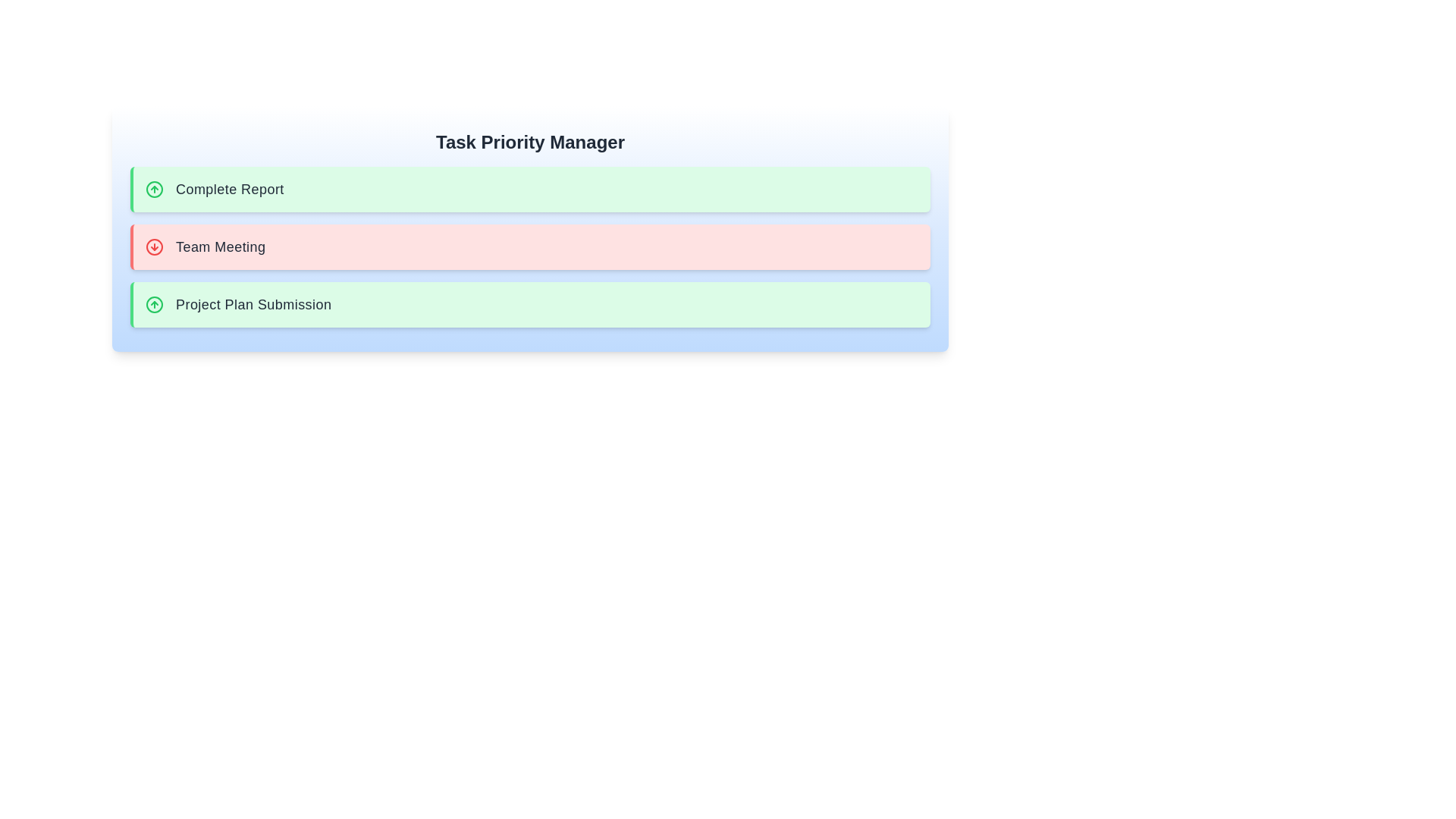 This screenshot has width=1456, height=819. Describe the element at coordinates (530, 304) in the screenshot. I see `the task item Project Plan Submission to see its hover effects` at that location.